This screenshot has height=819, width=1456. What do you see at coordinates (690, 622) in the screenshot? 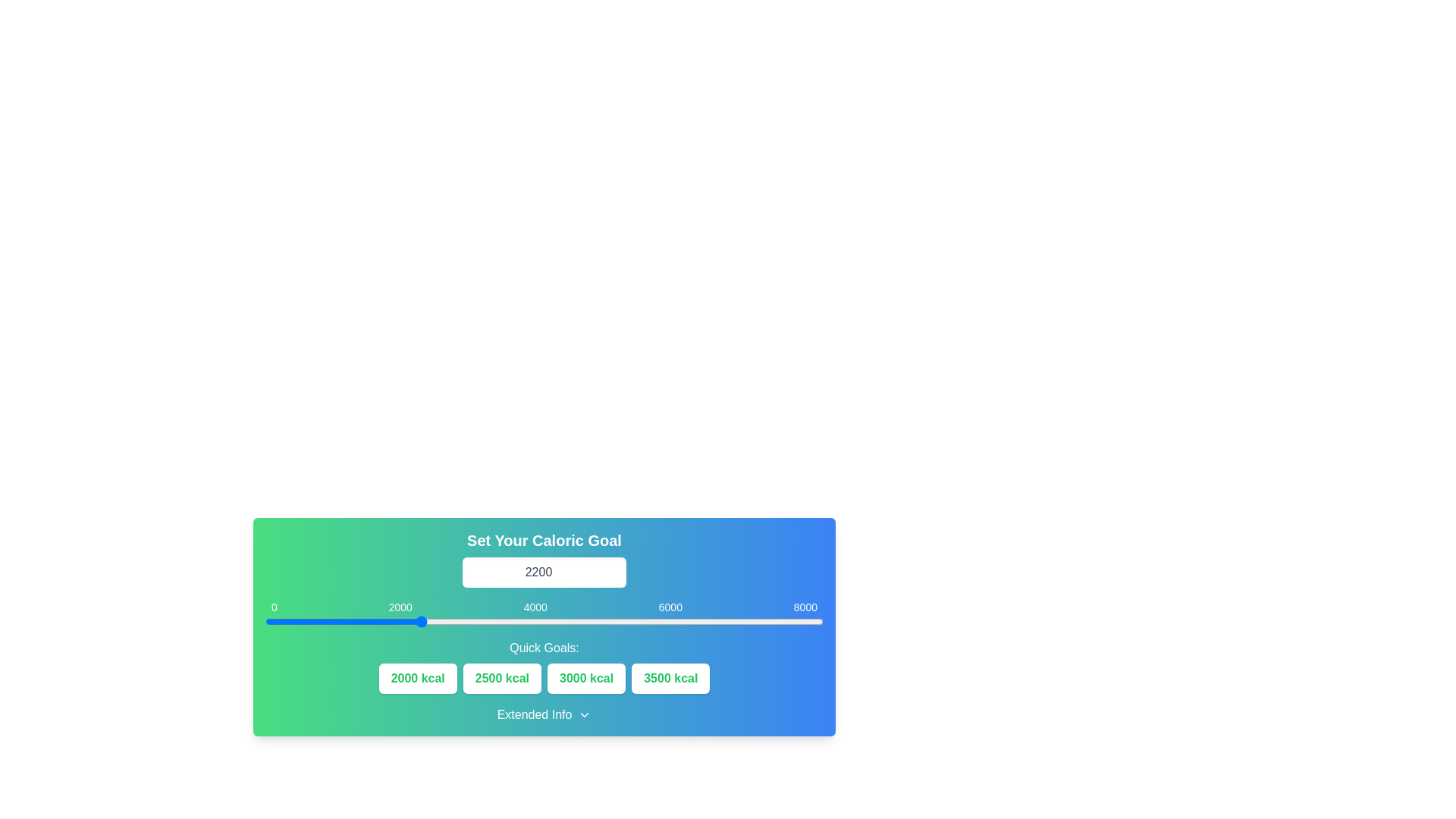
I see `the calorie goal` at bounding box center [690, 622].